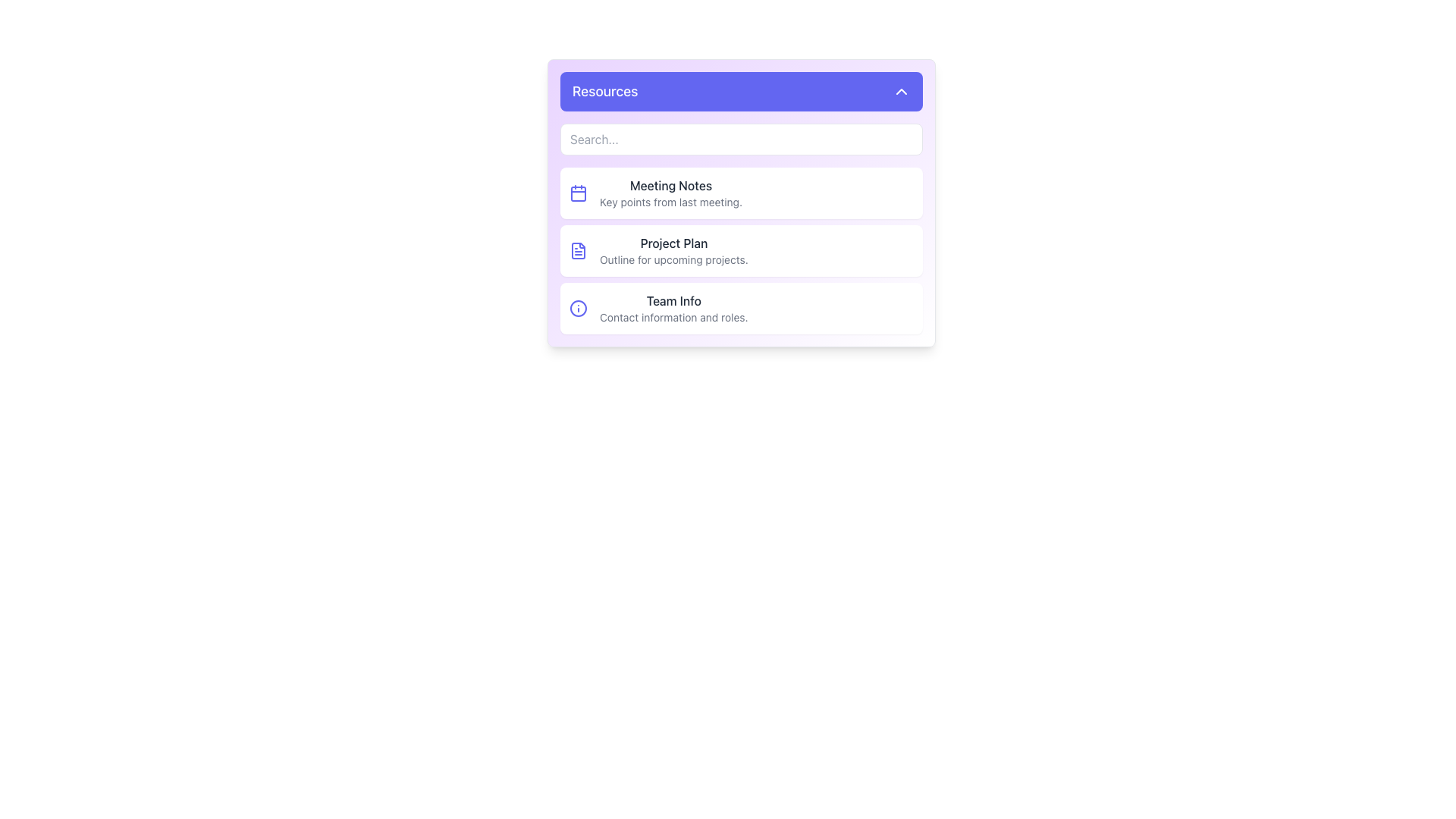 Image resolution: width=1456 pixels, height=819 pixels. I want to click on the third element titled 'Team Info' in the vertically stacked group of three elements, so click(742, 308).